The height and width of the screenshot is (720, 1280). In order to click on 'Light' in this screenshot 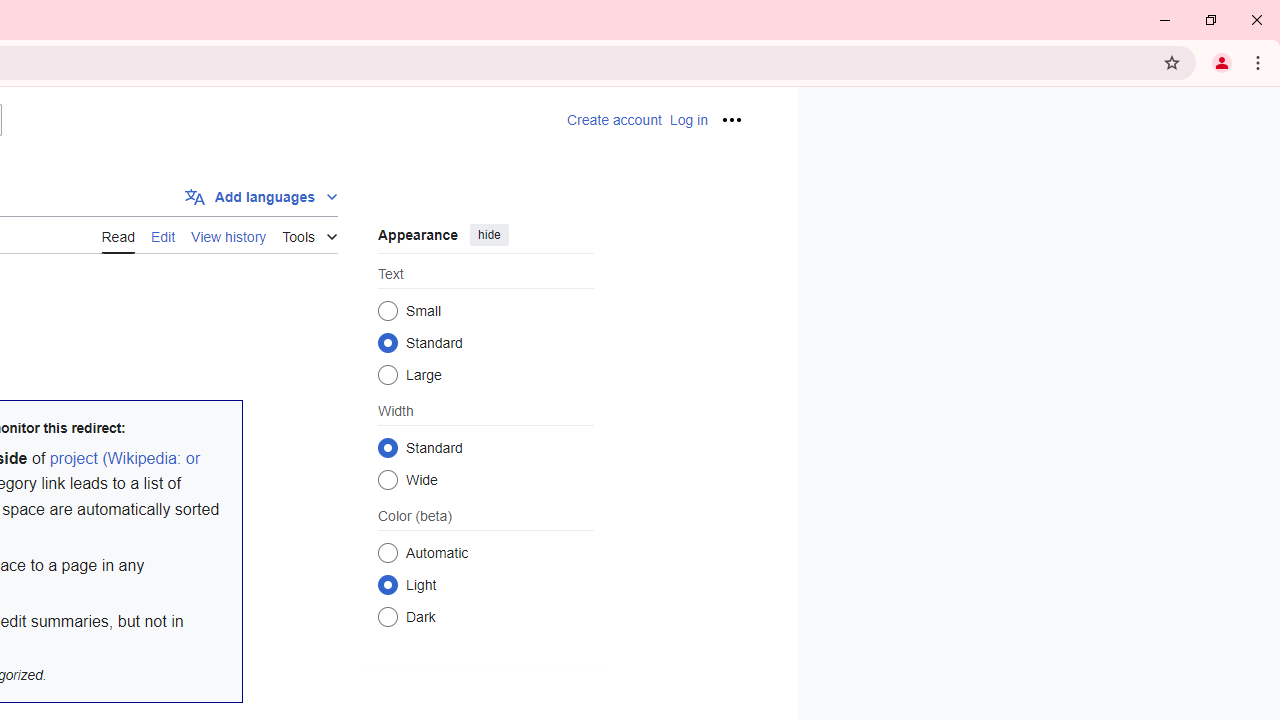, I will do `click(387, 584)`.